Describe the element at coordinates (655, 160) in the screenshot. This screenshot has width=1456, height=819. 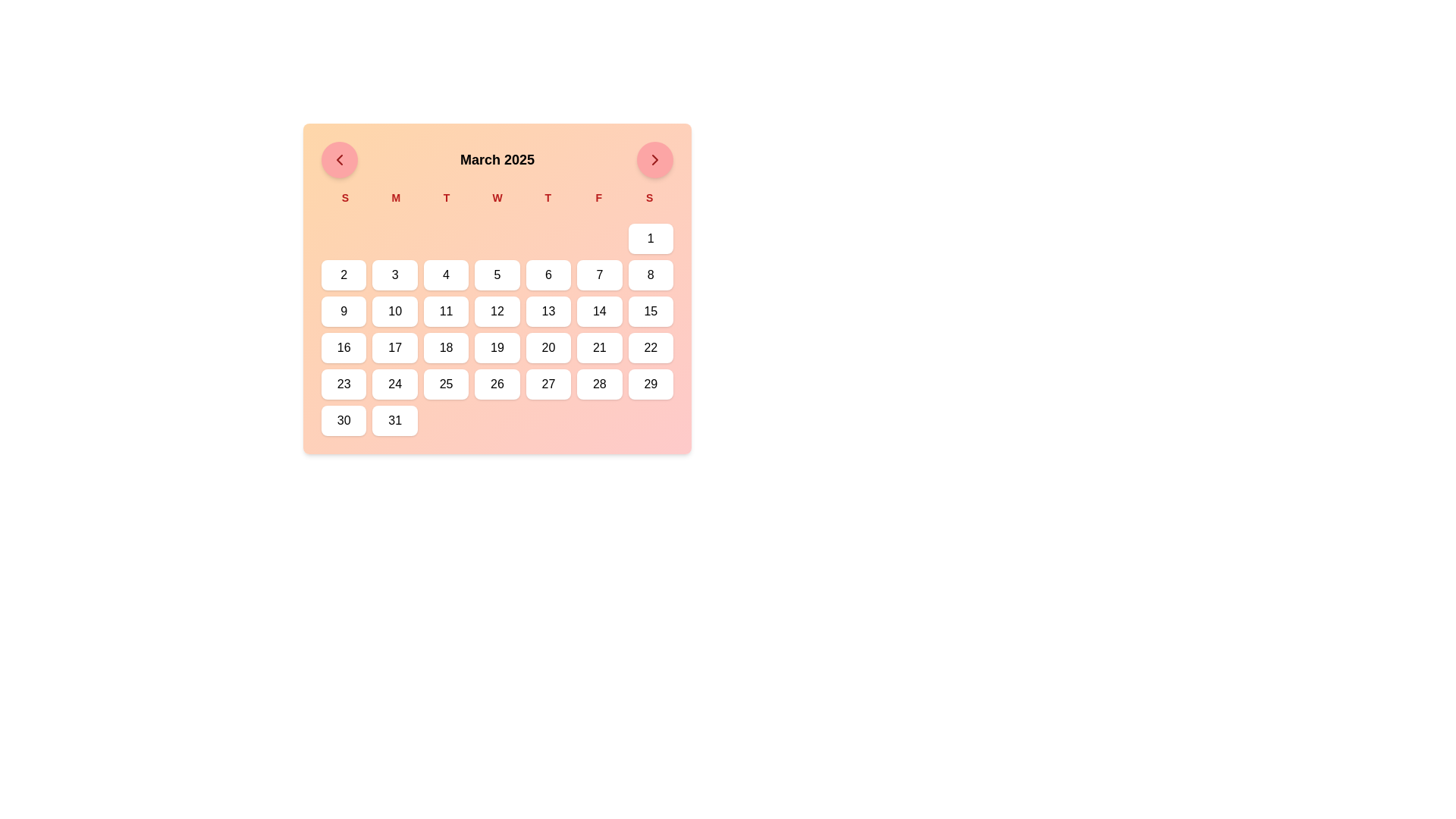
I see `the navigation icon located at the top-right side of the calendar grid to trigger navigation to the next period` at that location.